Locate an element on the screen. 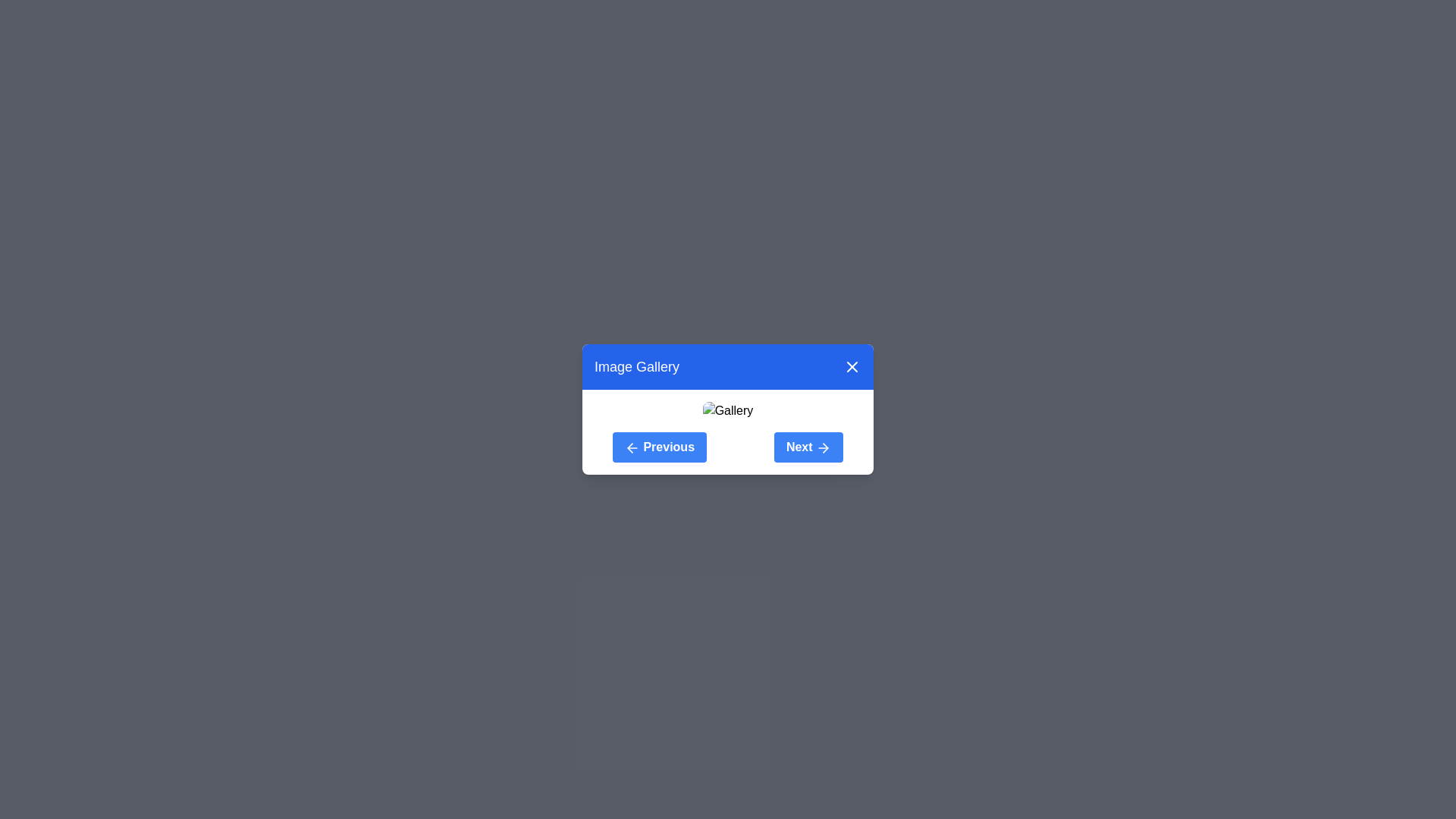 Image resolution: width=1456 pixels, height=819 pixels. the close button to close the gallery dialog is located at coordinates (852, 366).